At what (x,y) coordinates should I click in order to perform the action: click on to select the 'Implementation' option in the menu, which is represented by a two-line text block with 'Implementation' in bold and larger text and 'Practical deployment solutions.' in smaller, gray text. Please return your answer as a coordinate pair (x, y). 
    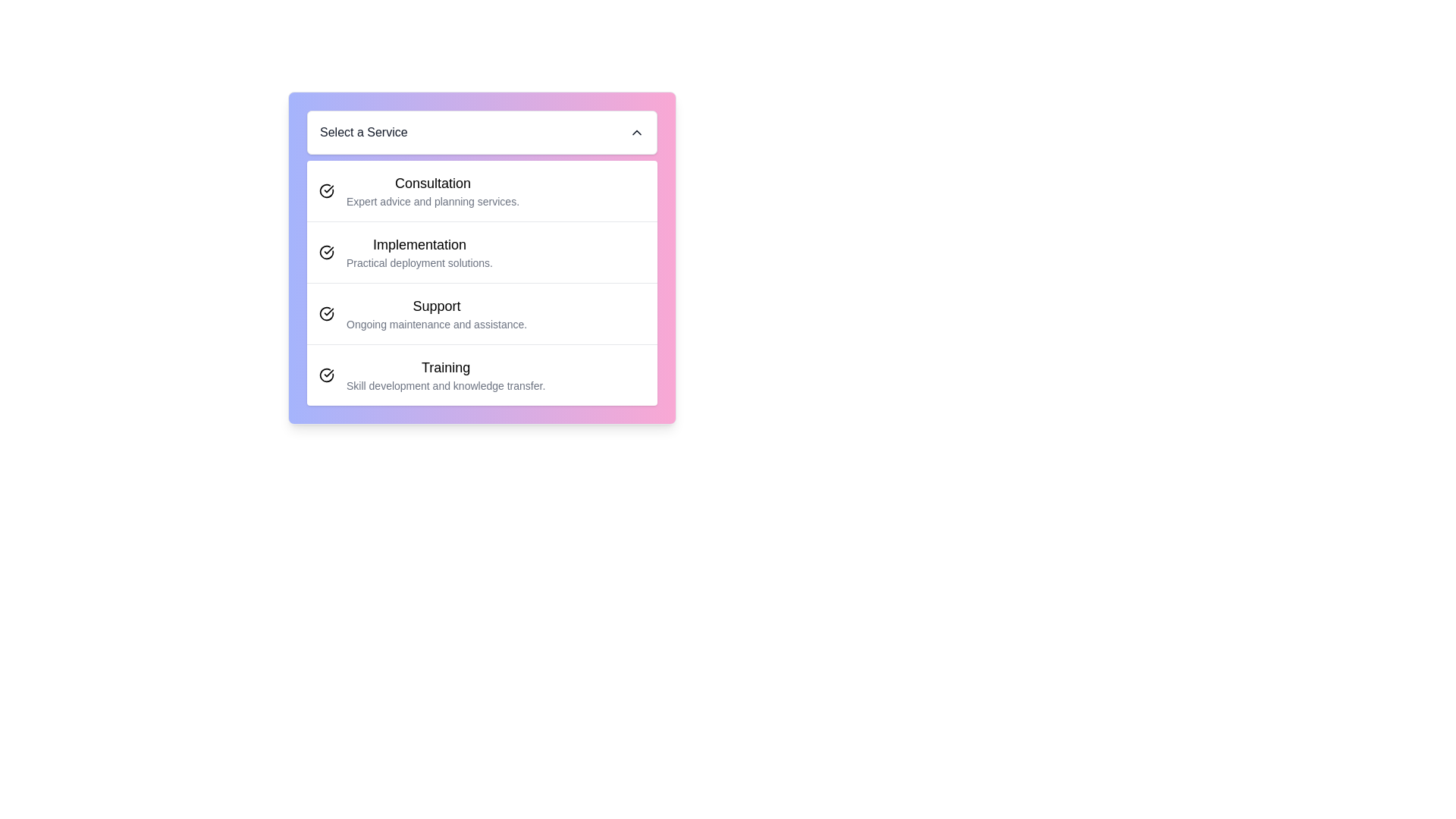
    Looking at the image, I should click on (419, 251).